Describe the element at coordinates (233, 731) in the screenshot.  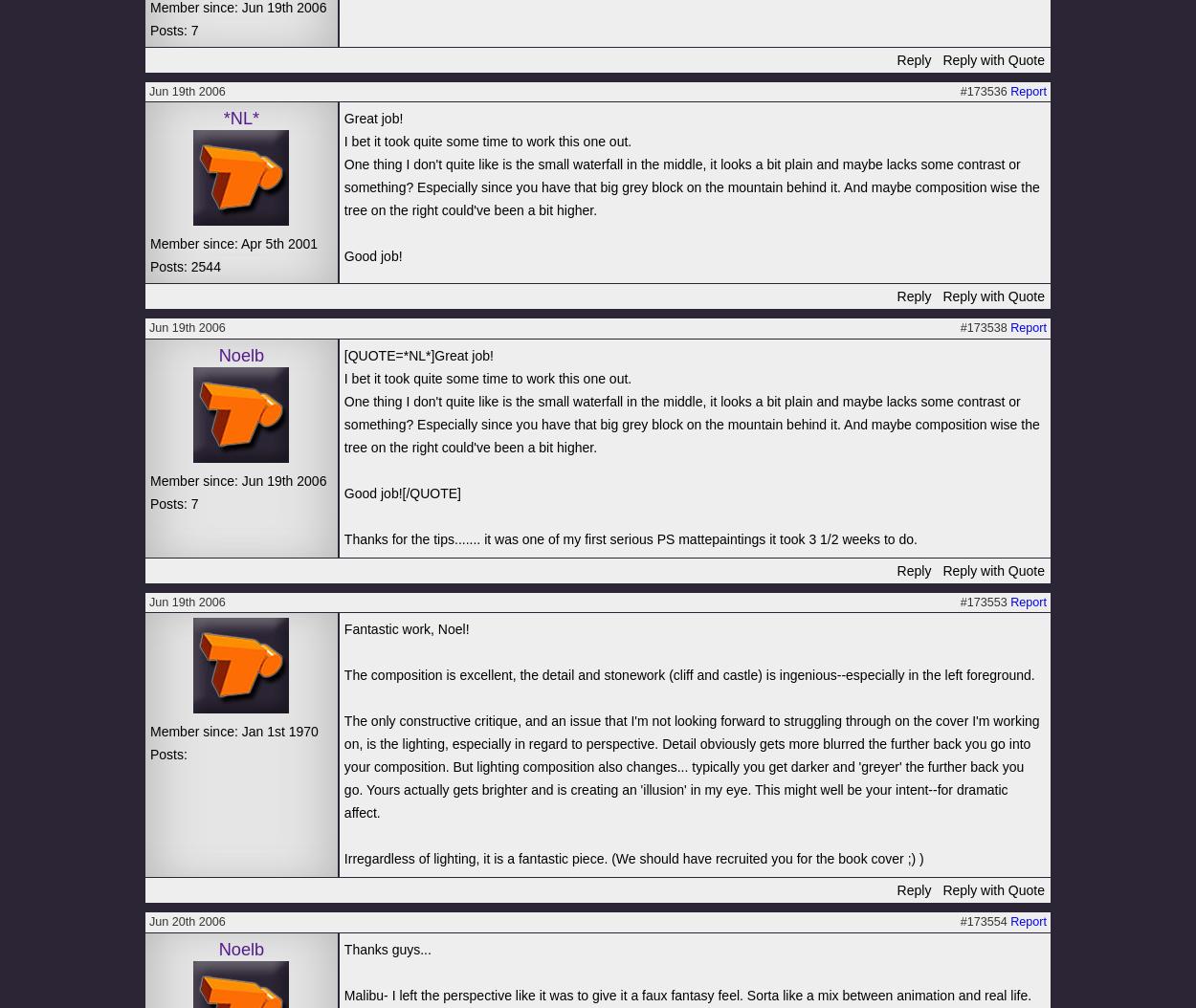
I see `'Member since: Jan 1st 1970'` at that location.